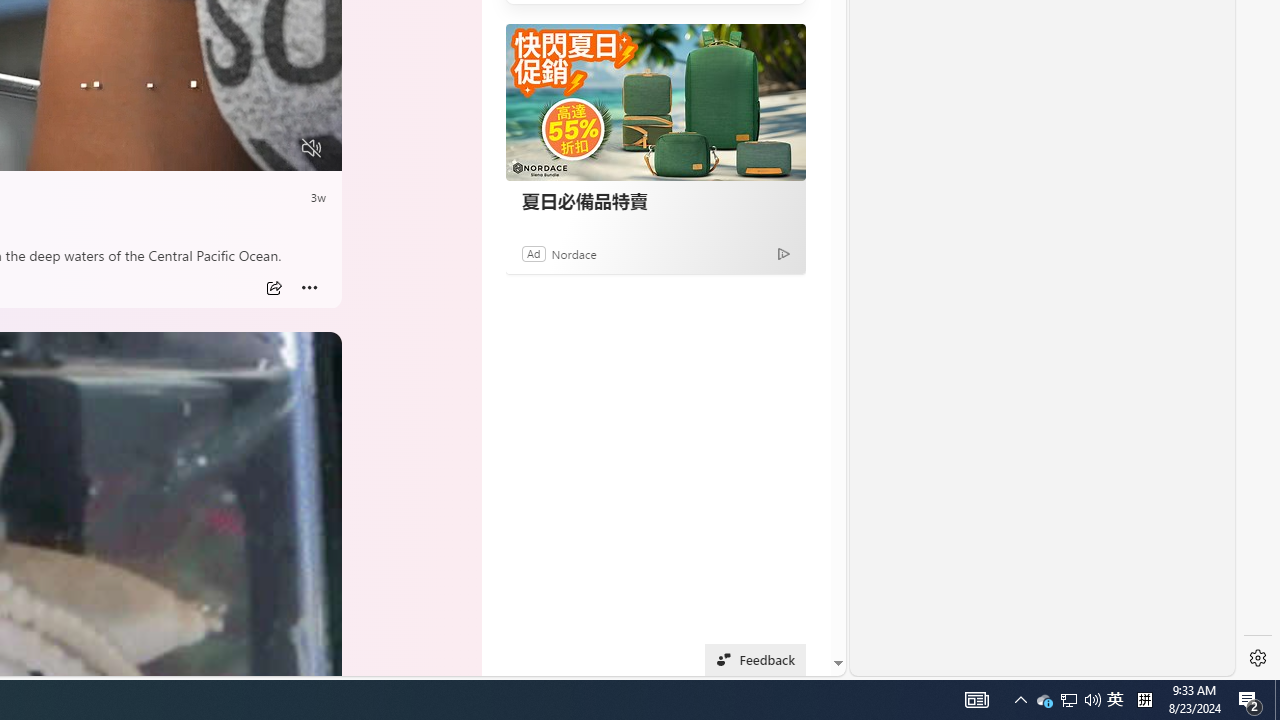 The width and height of the screenshot is (1280, 720). Describe the element at coordinates (273, 288) in the screenshot. I see `'Share'` at that location.